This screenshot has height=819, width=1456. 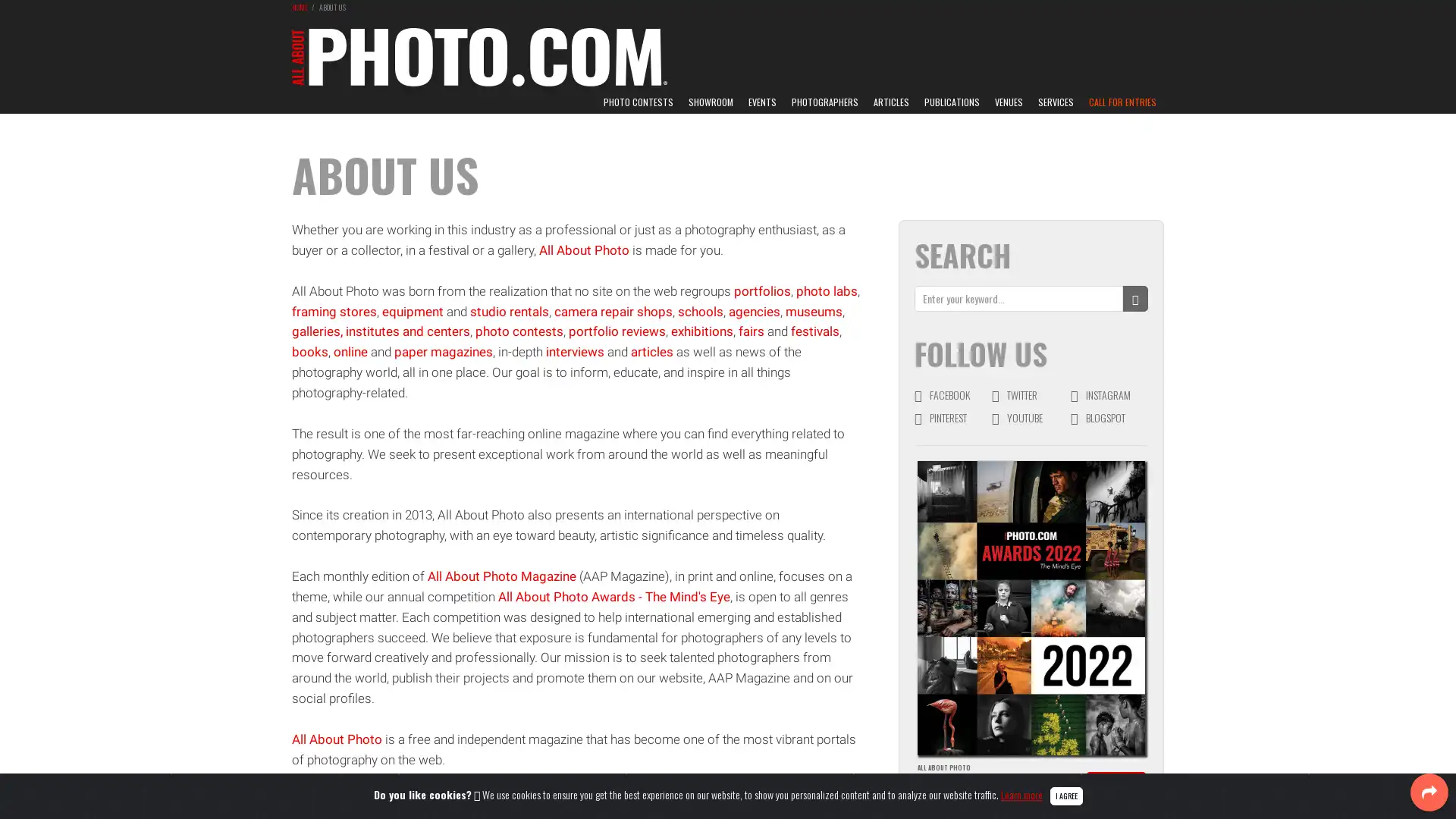 I want to click on ARTICLES, so click(x=891, y=102).